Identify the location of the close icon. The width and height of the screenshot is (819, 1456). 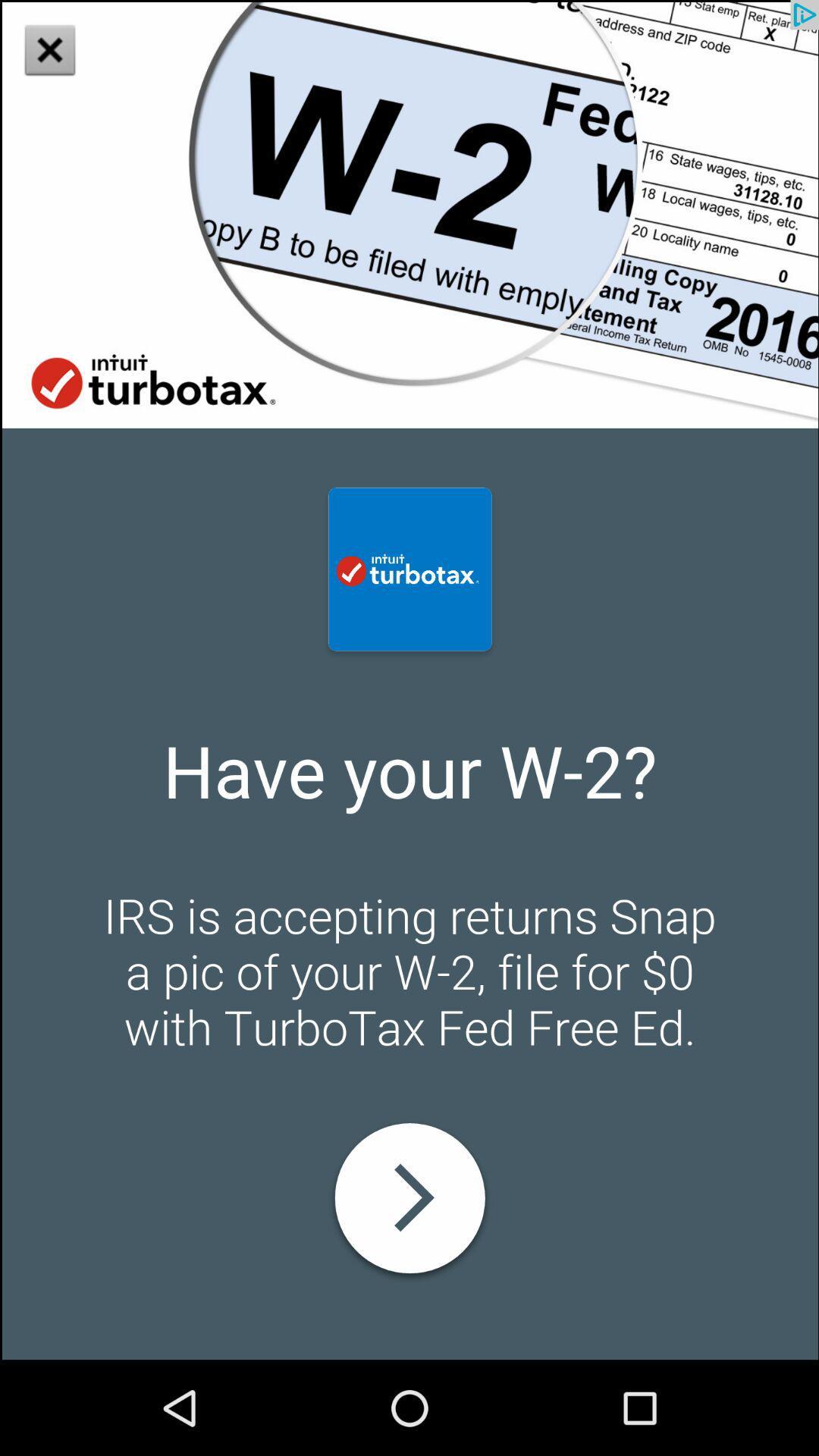
(69, 74).